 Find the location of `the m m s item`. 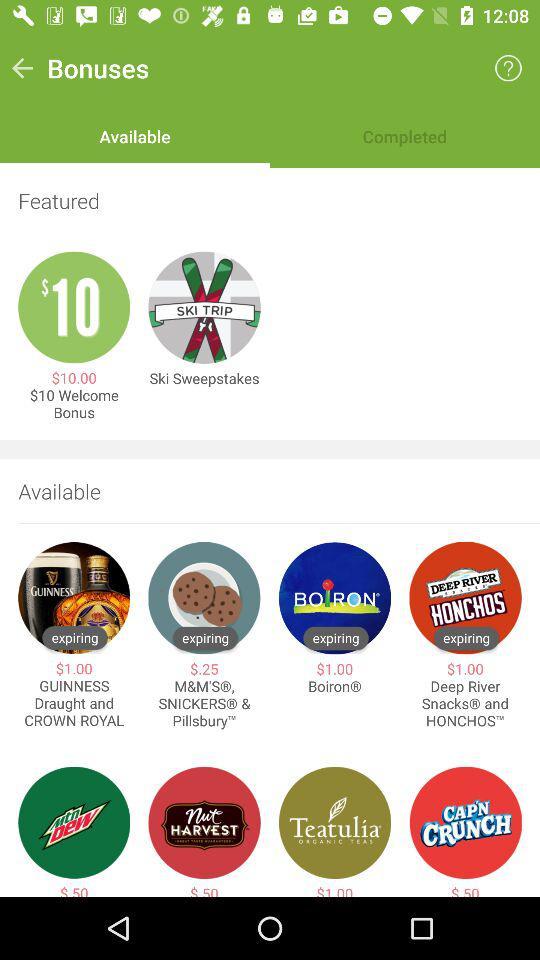

the m m s item is located at coordinates (203, 704).